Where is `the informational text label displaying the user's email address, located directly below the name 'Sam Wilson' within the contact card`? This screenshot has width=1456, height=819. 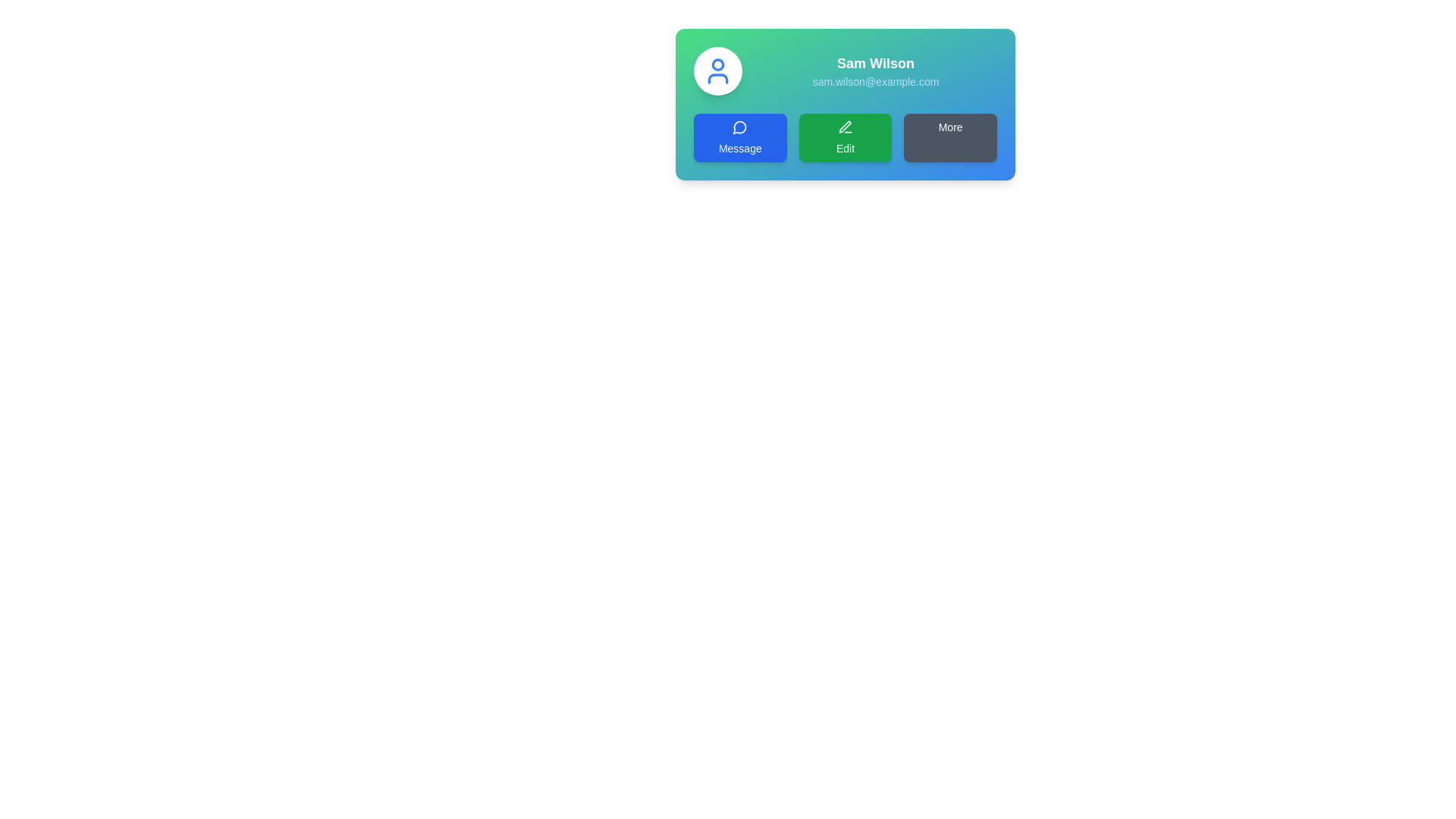
the informational text label displaying the user's email address, located directly below the name 'Sam Wilson' within the contact card is located at coordinates (876, 82).